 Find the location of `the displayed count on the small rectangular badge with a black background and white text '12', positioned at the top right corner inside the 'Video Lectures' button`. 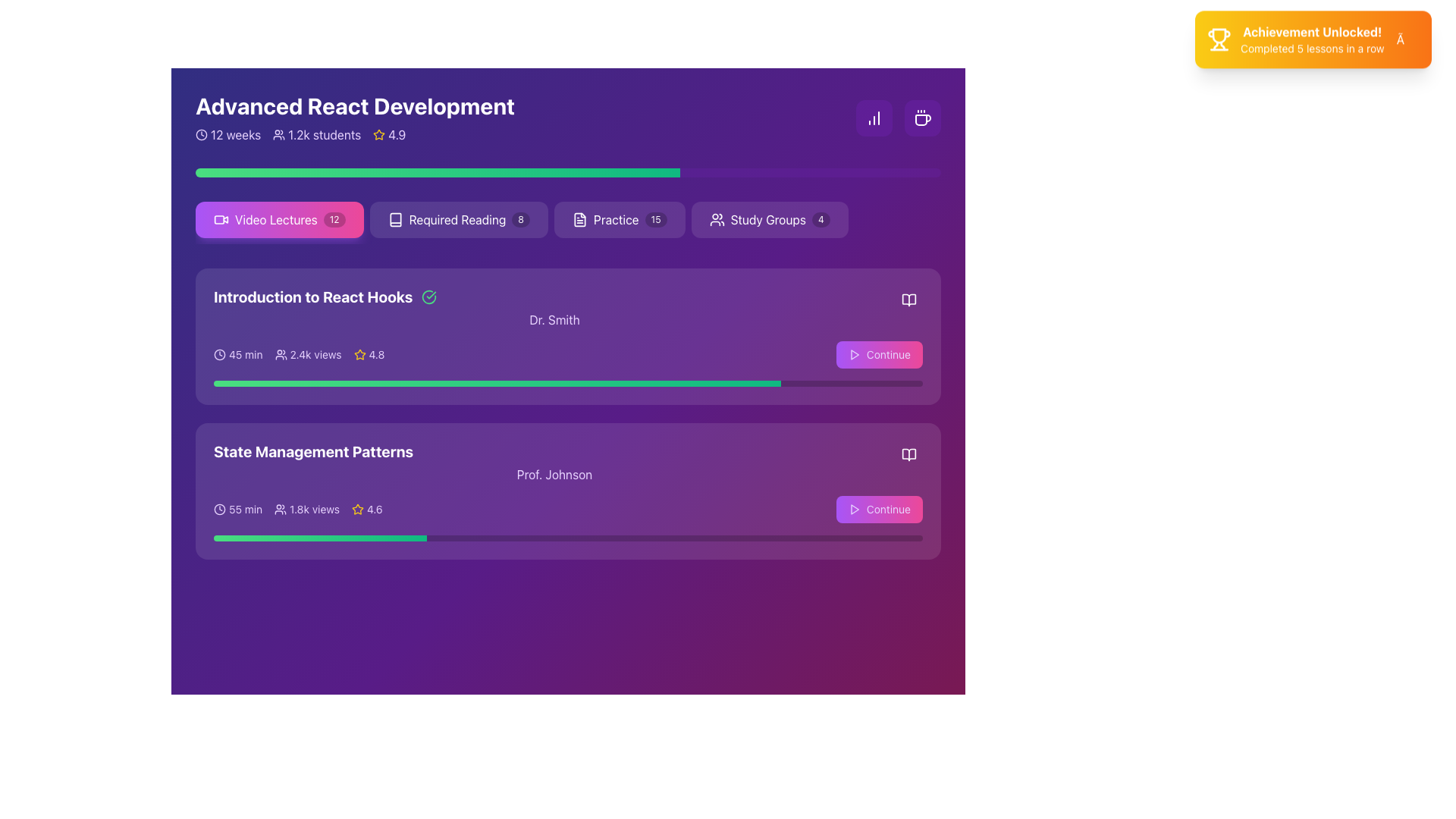

the displayed count on the small rectangular badge with a black background and white text '12', positioned at the top right corner inside the 'Video Lectures' button is located at coordinates (334, 219).